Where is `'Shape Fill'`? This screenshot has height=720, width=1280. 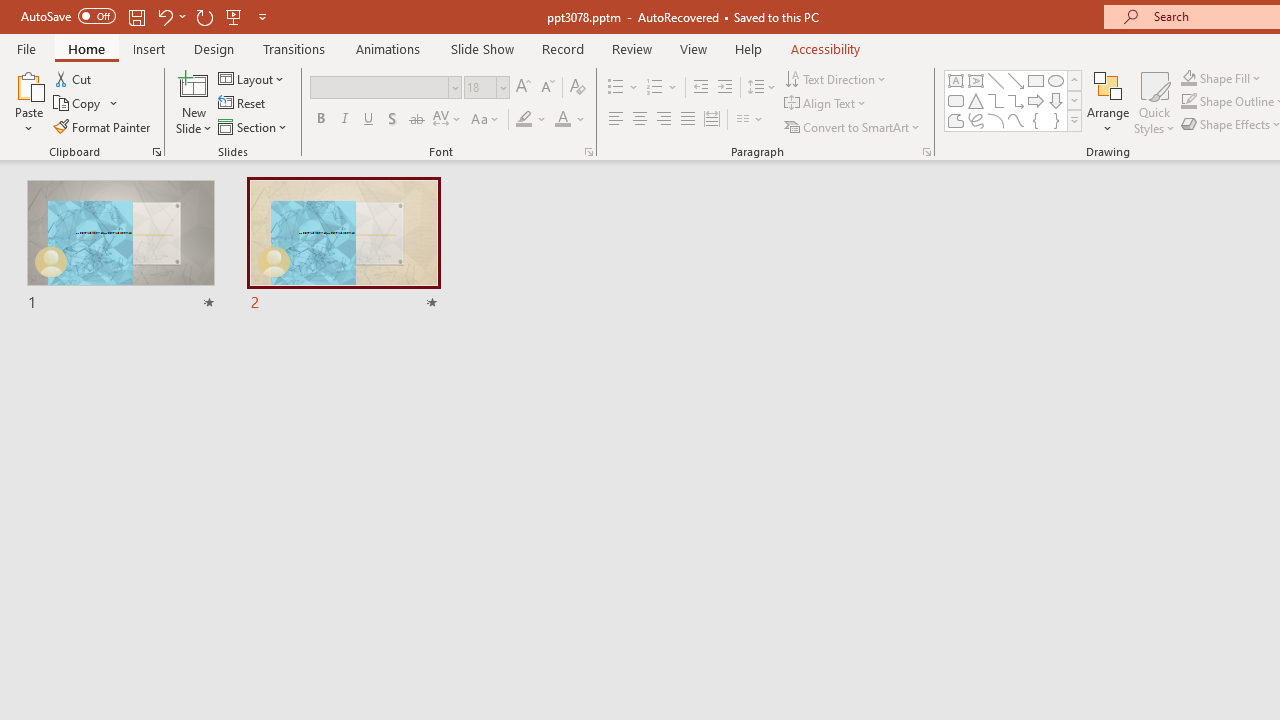 'Shape Fill' is located at coordinates (1220, 77).